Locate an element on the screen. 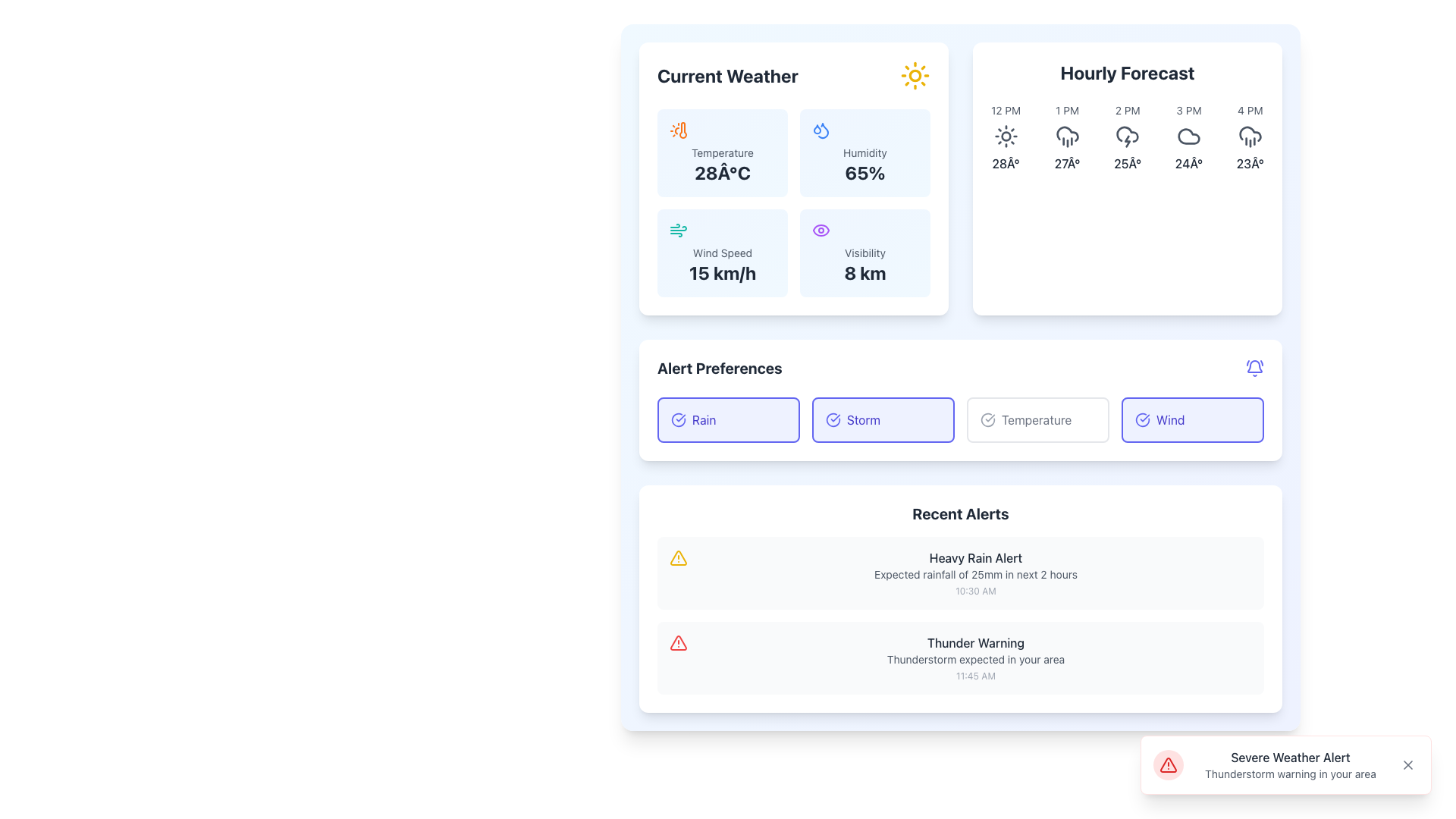  the text label that reads 'Thunderstorm warning in your area', which is styled in gray and located in the lower section of the alert dialog box is located at coordinates (1290, 774).